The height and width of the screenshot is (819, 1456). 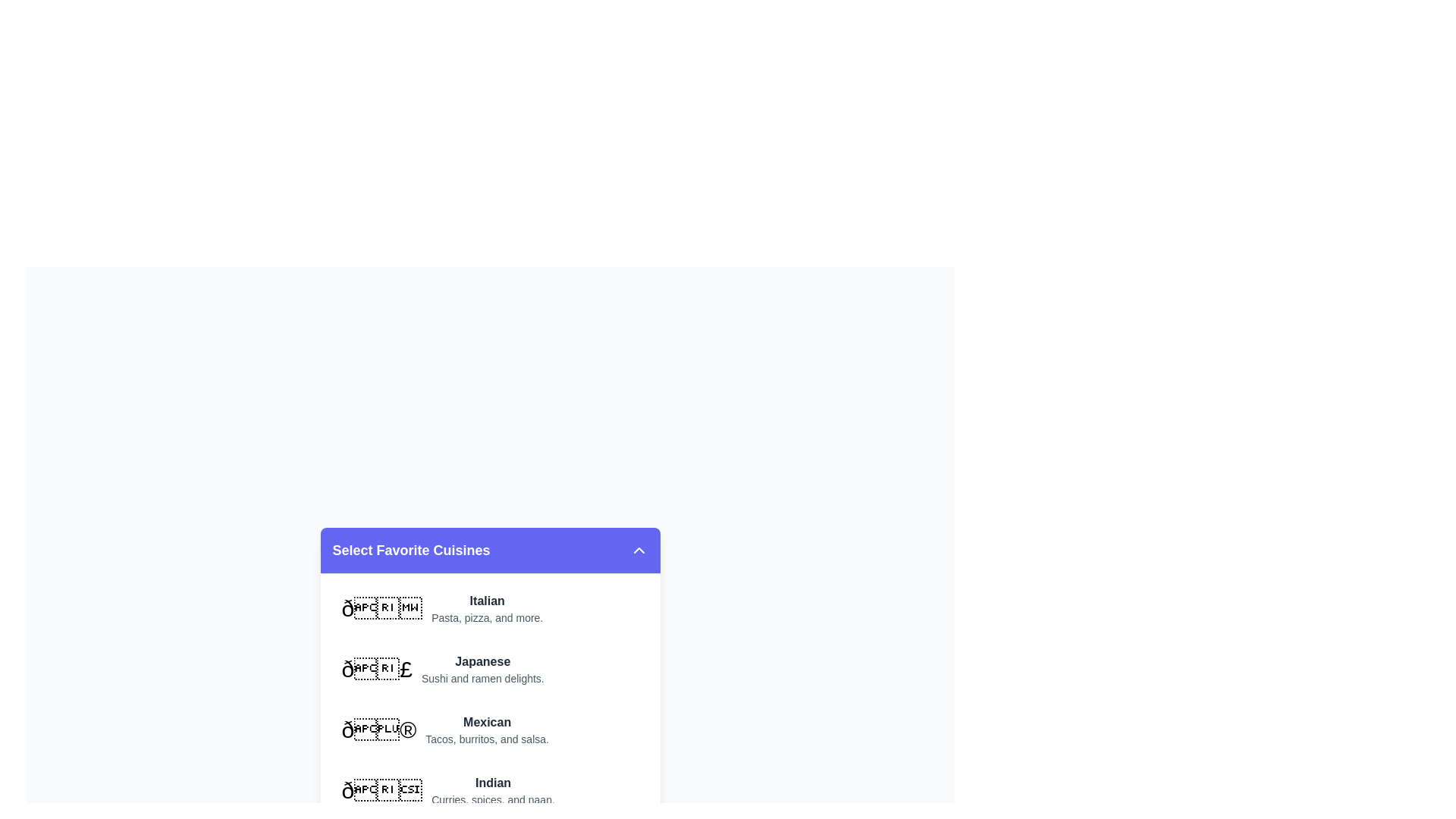 What do you see at coordinates (447, 789) in the screenshot?
I see `the last item in the list of cuisine options, which features the food emoji '🍛' followed by the bold text 'Indian' and smaller gray text 'Curries, spices, and naan,'` at bounding box center [447, 789].